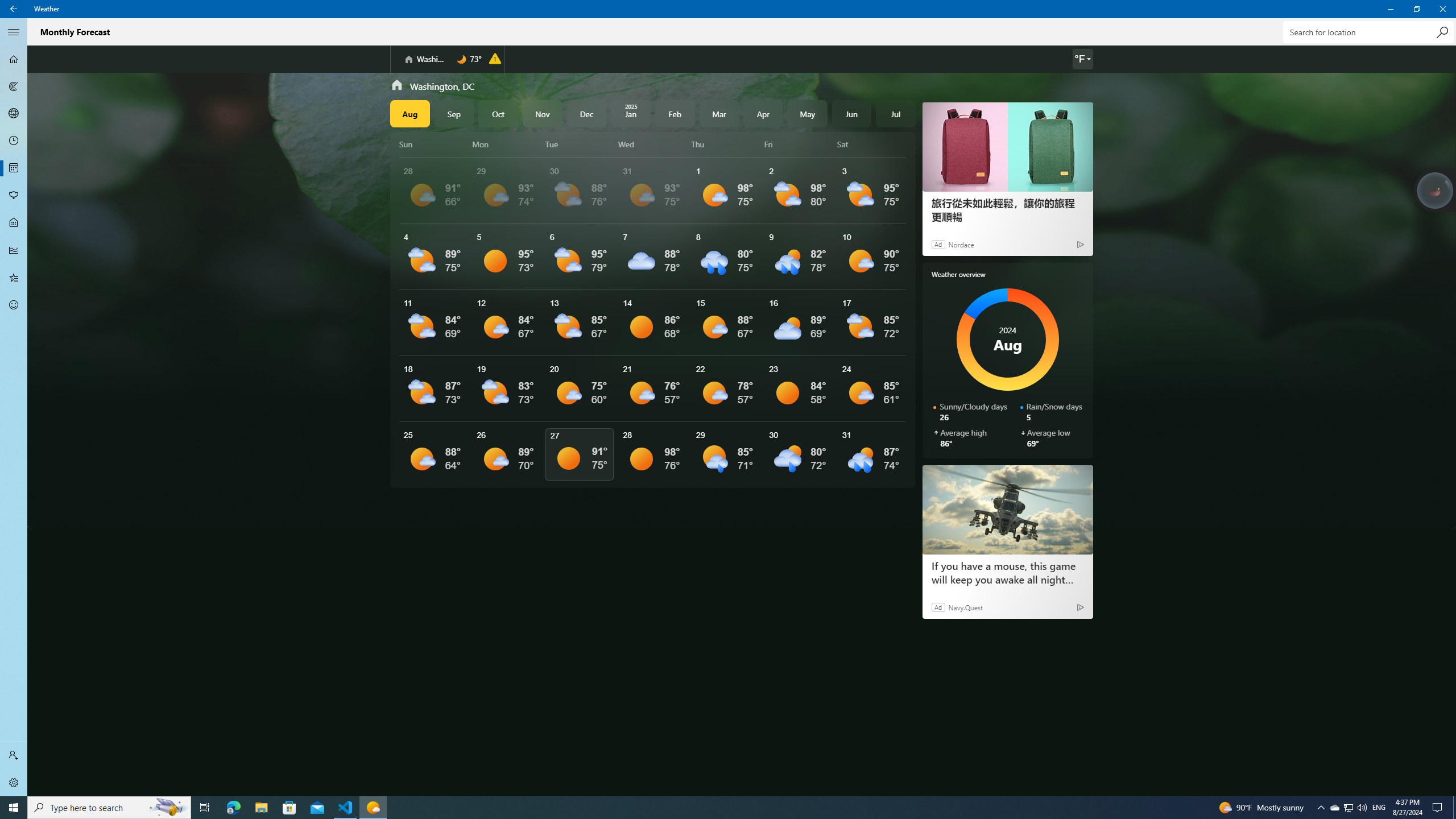  What do you see at coordinates (14, 305) in the screenshot?
I see `'Send Feedback - Not Selected'` at bounding box center [14, 305].